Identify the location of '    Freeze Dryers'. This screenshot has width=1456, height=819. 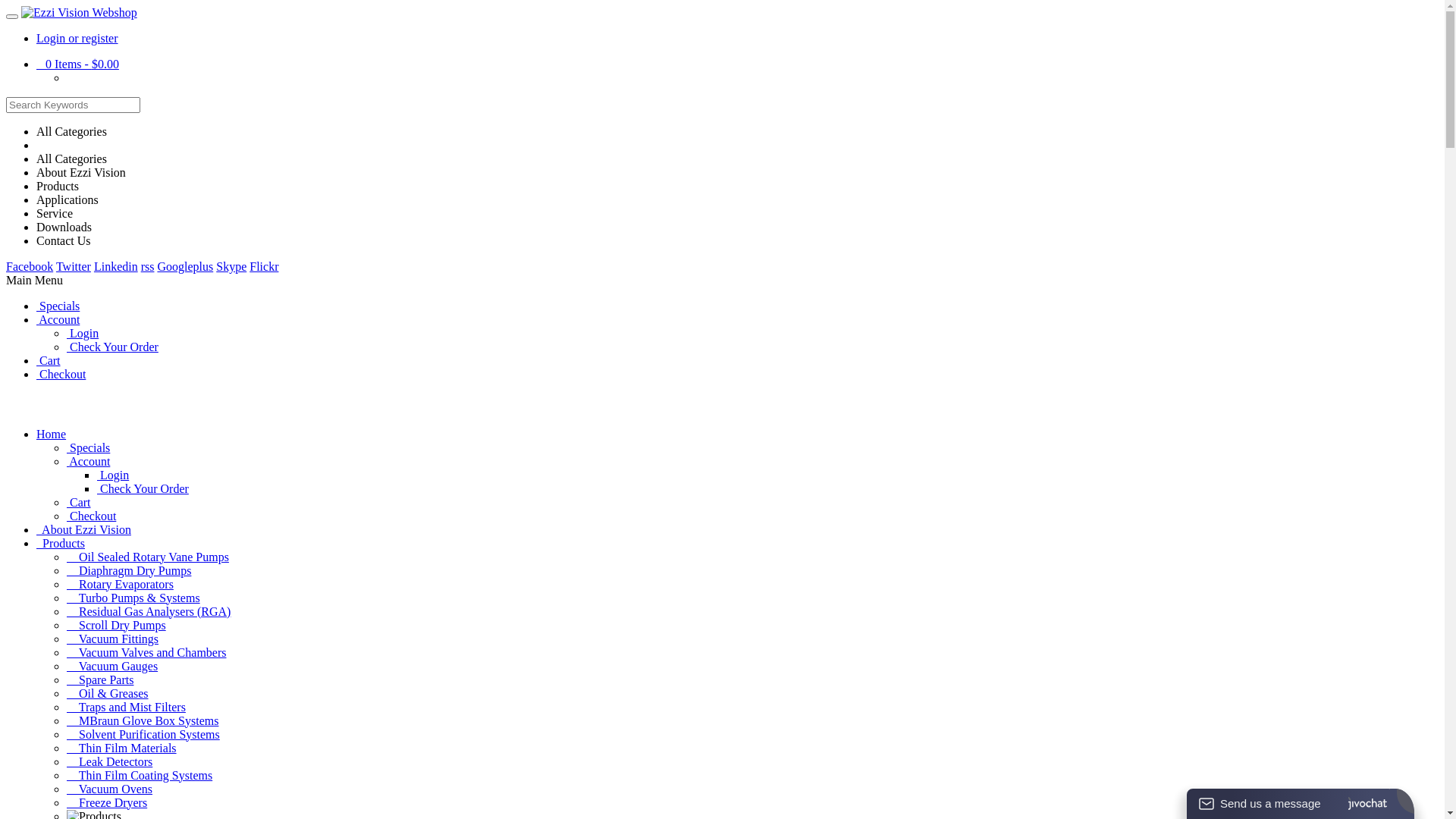
(105, 802).